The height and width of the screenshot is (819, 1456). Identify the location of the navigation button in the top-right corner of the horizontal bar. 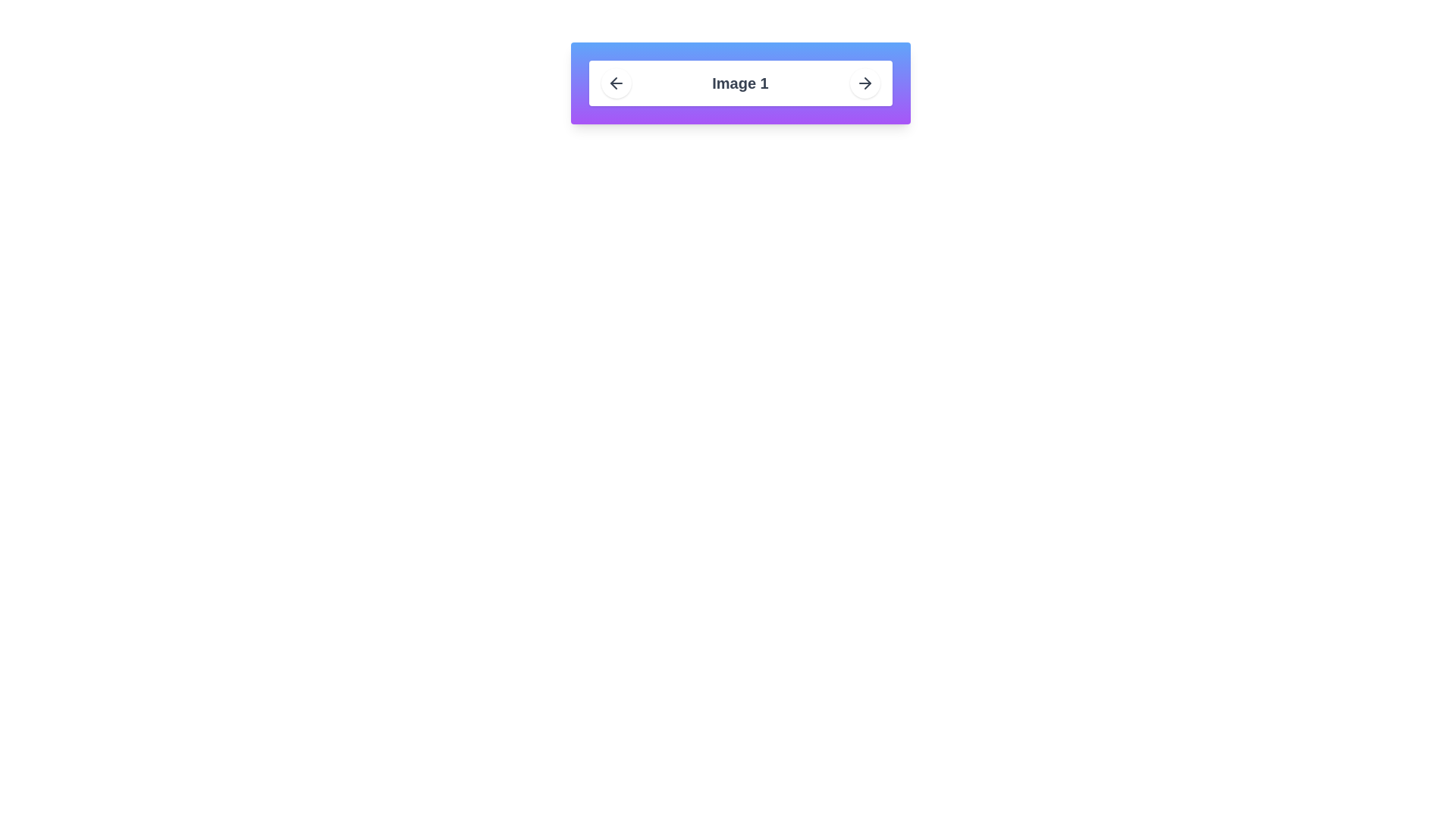
(864, 83).